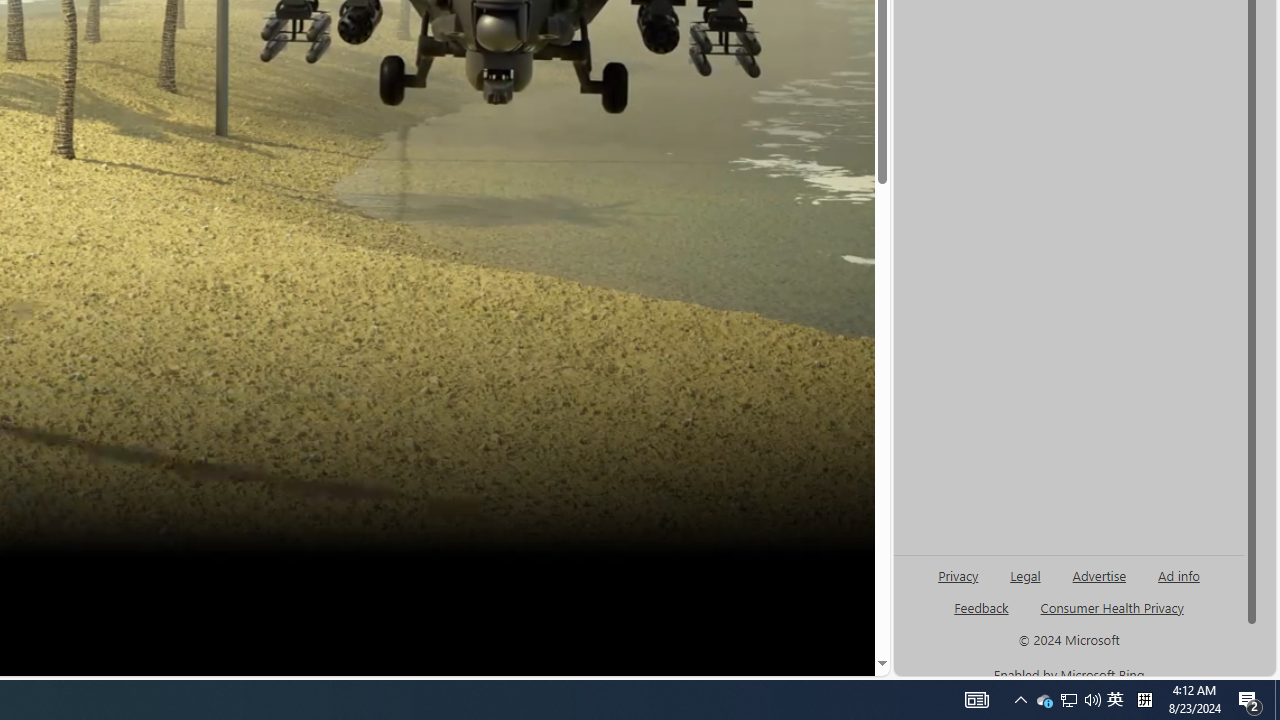 Image resolution: width=1280 pixels, height=720 pixels. I want to click on 'AutomationID: sb_feedback', so click(981, 606).